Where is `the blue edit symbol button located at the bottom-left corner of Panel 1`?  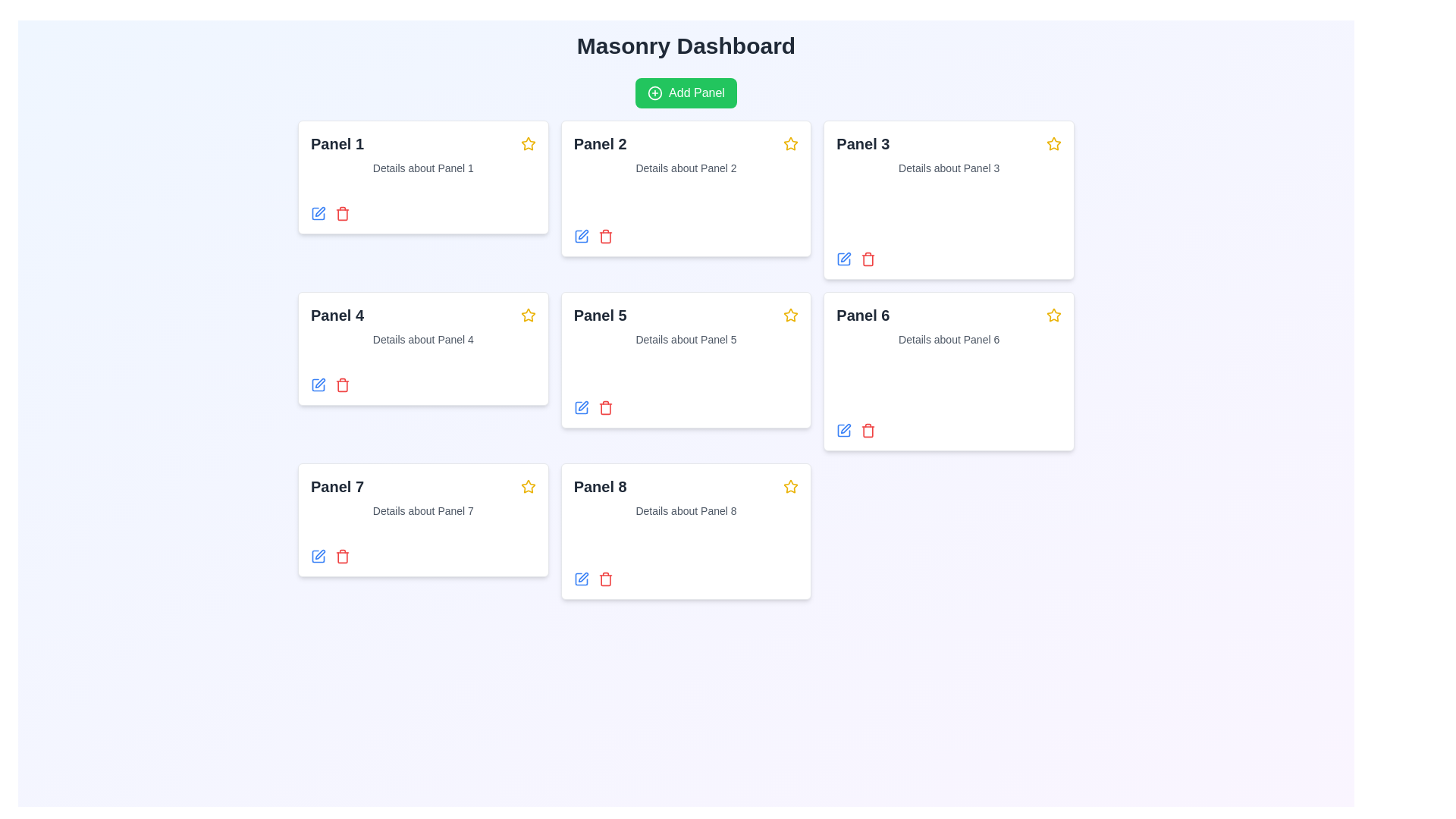 the blue edit symbol button located at the bottom-left corner of Panel 1 is located at coordinates (318, 213).